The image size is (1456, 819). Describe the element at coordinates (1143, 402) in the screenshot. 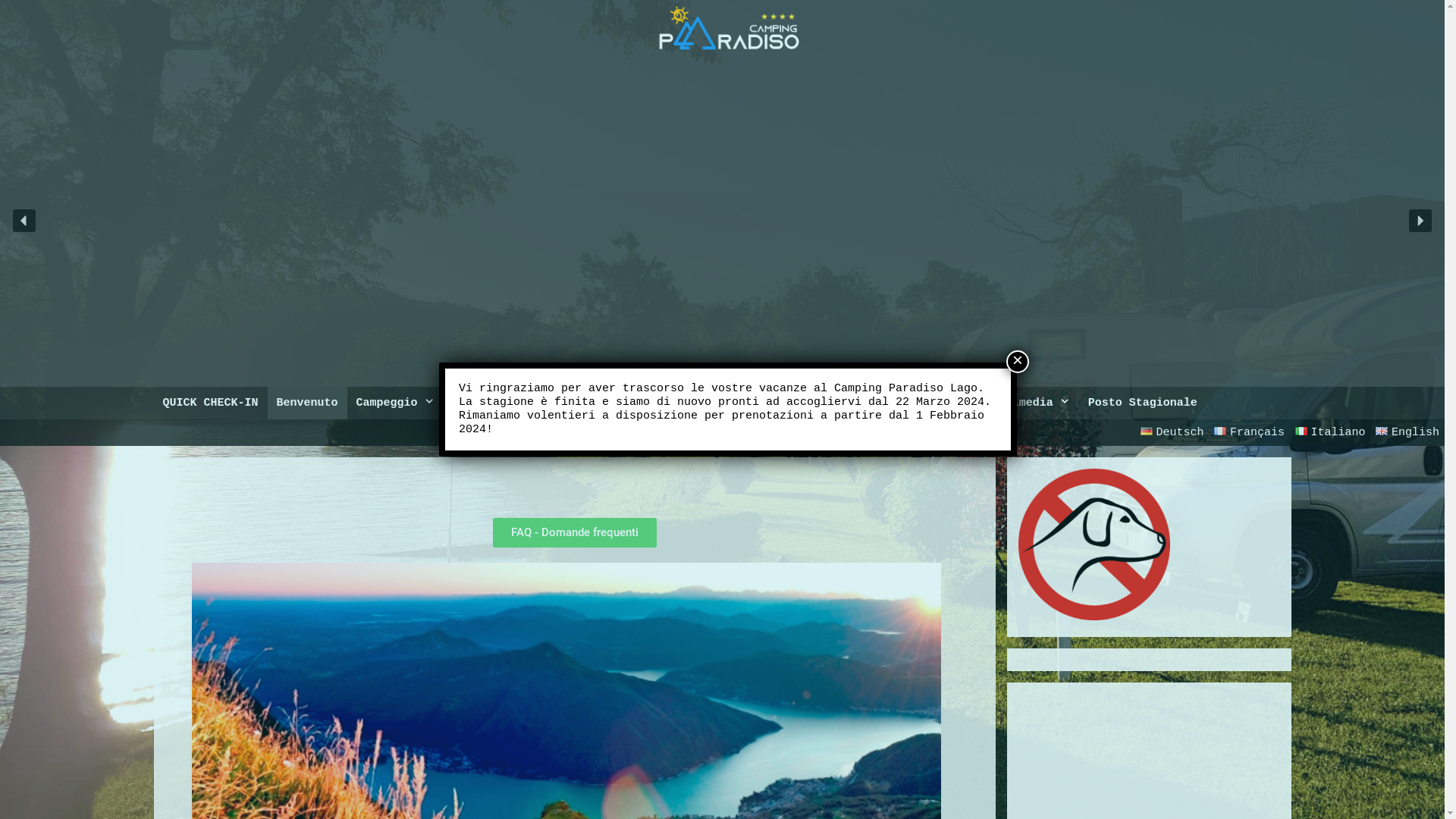

I see `'Posto Stagionale'` at that location.